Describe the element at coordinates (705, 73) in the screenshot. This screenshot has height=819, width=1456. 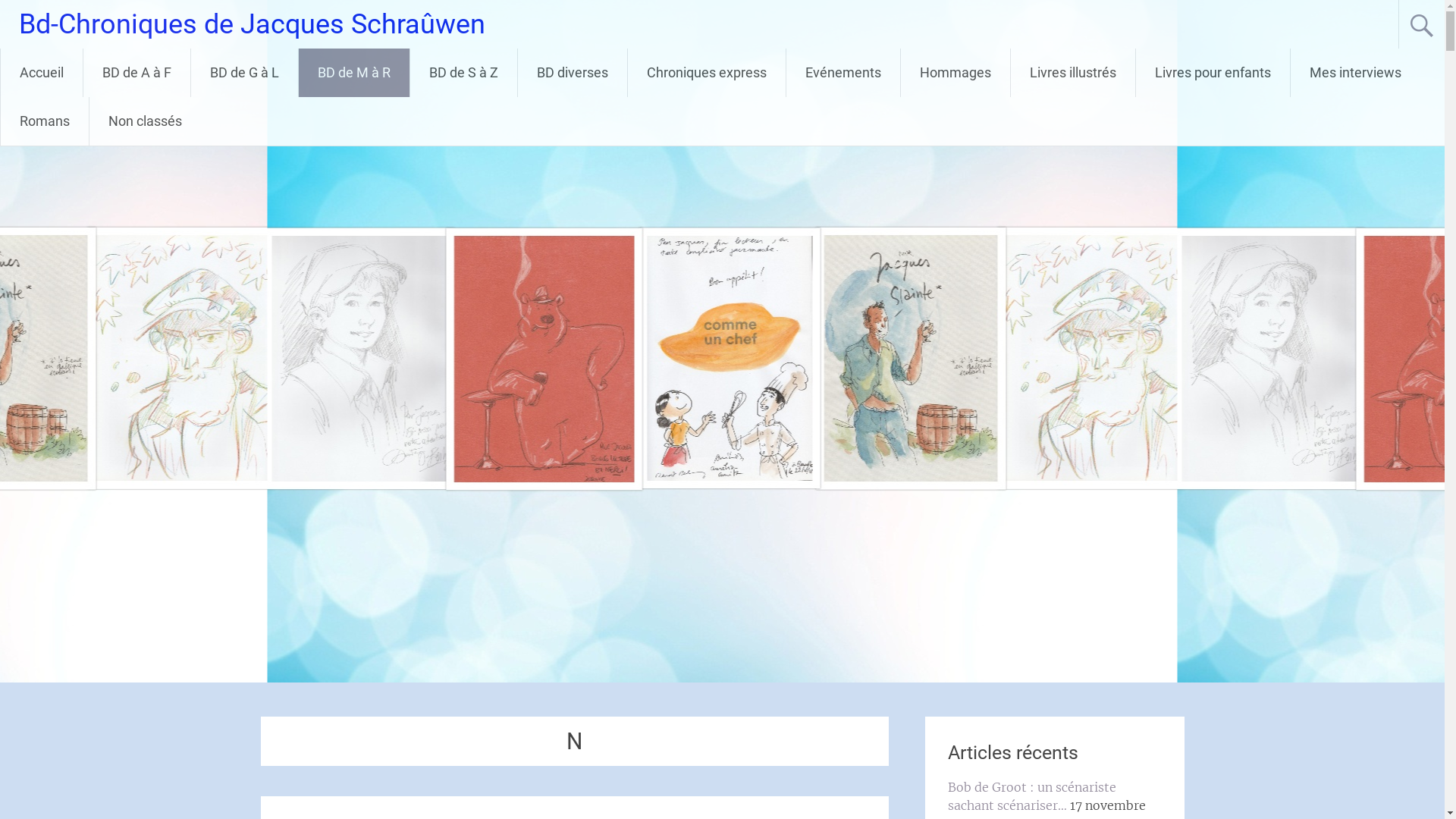
I see `'Chroniques express'` at that location.